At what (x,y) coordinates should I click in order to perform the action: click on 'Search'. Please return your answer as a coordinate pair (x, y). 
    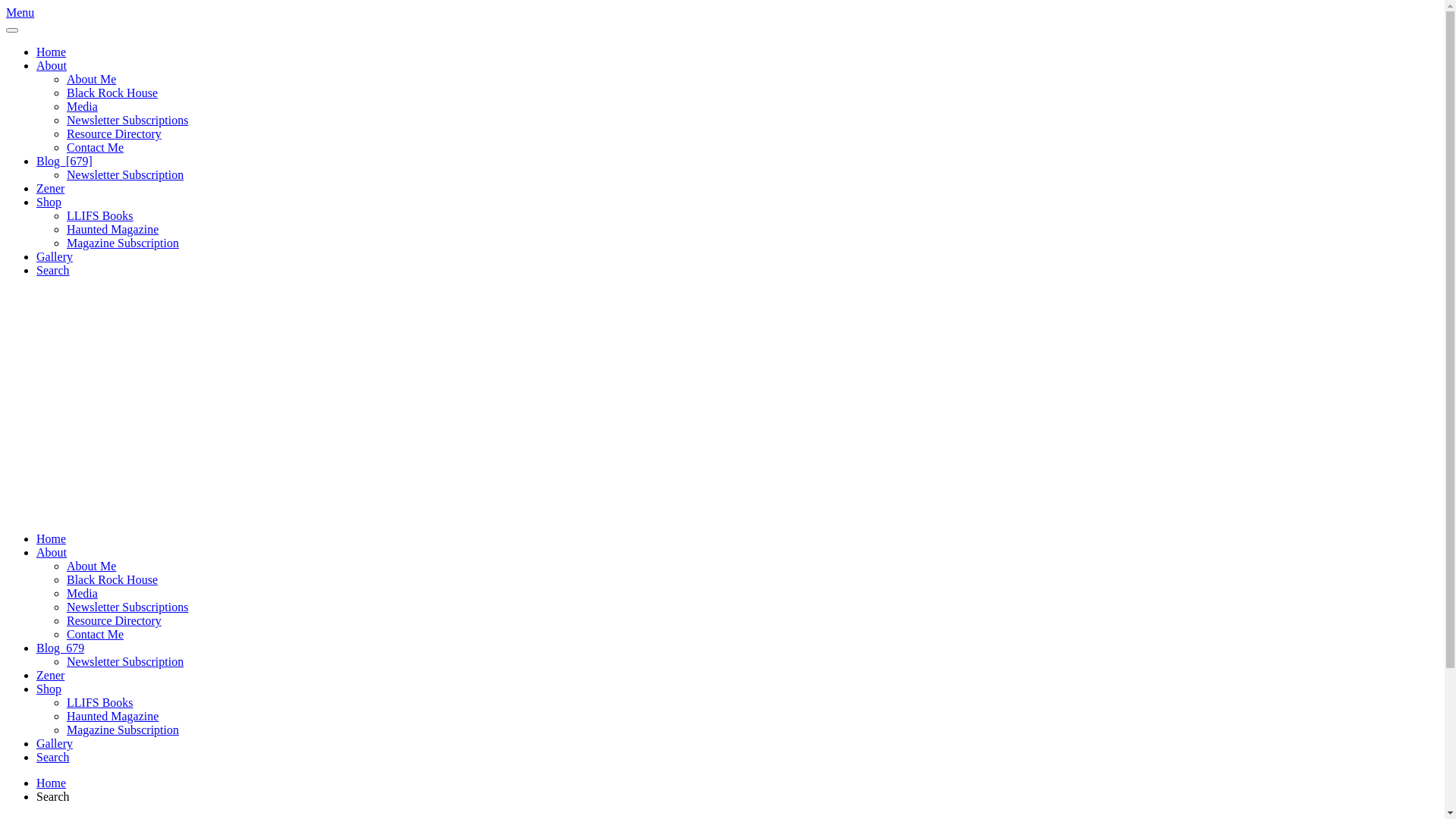
    Looking at the image, I should click on (53, 757).